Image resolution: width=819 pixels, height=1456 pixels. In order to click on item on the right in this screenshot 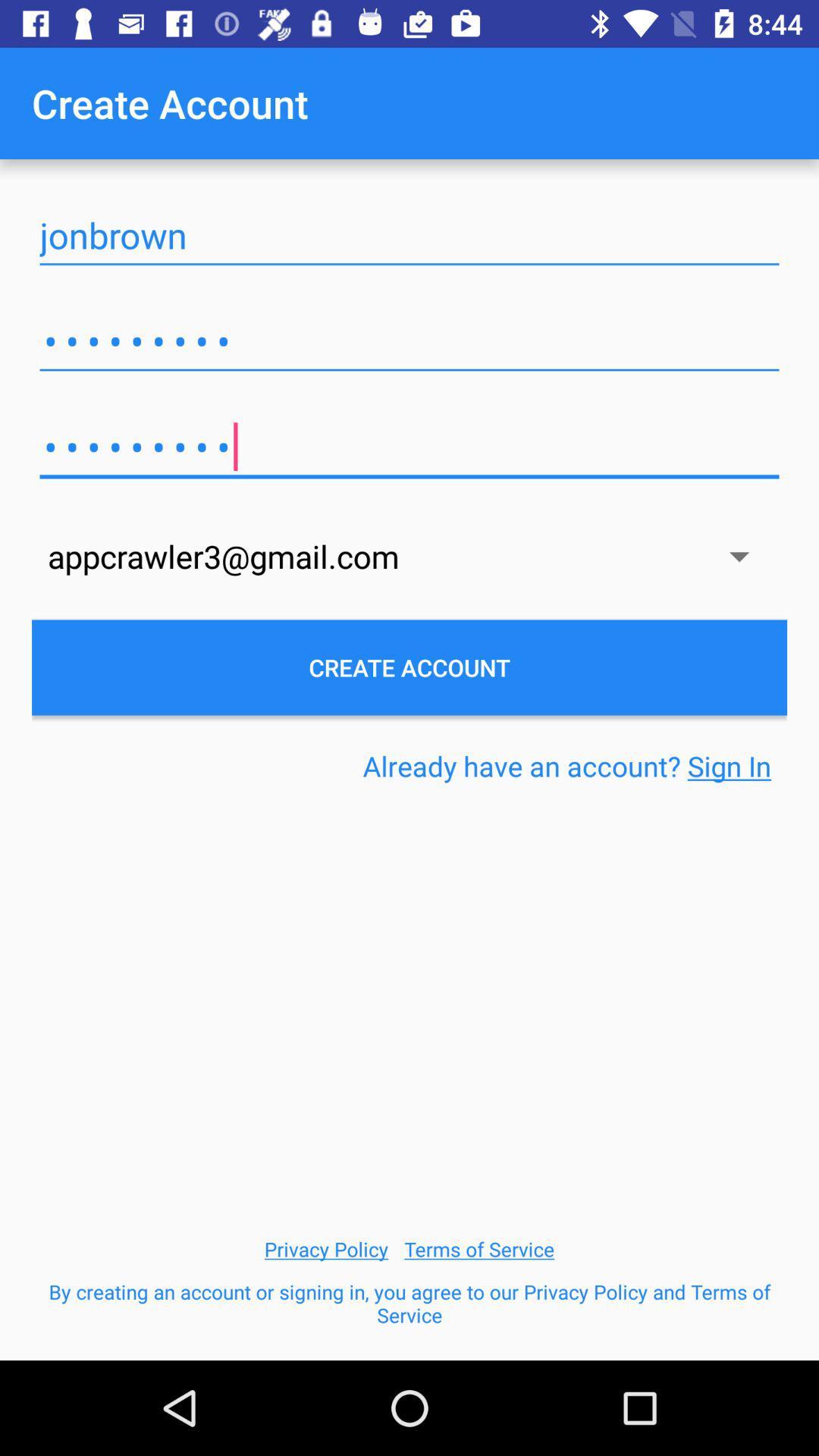, I will do `click(566, 766)`.